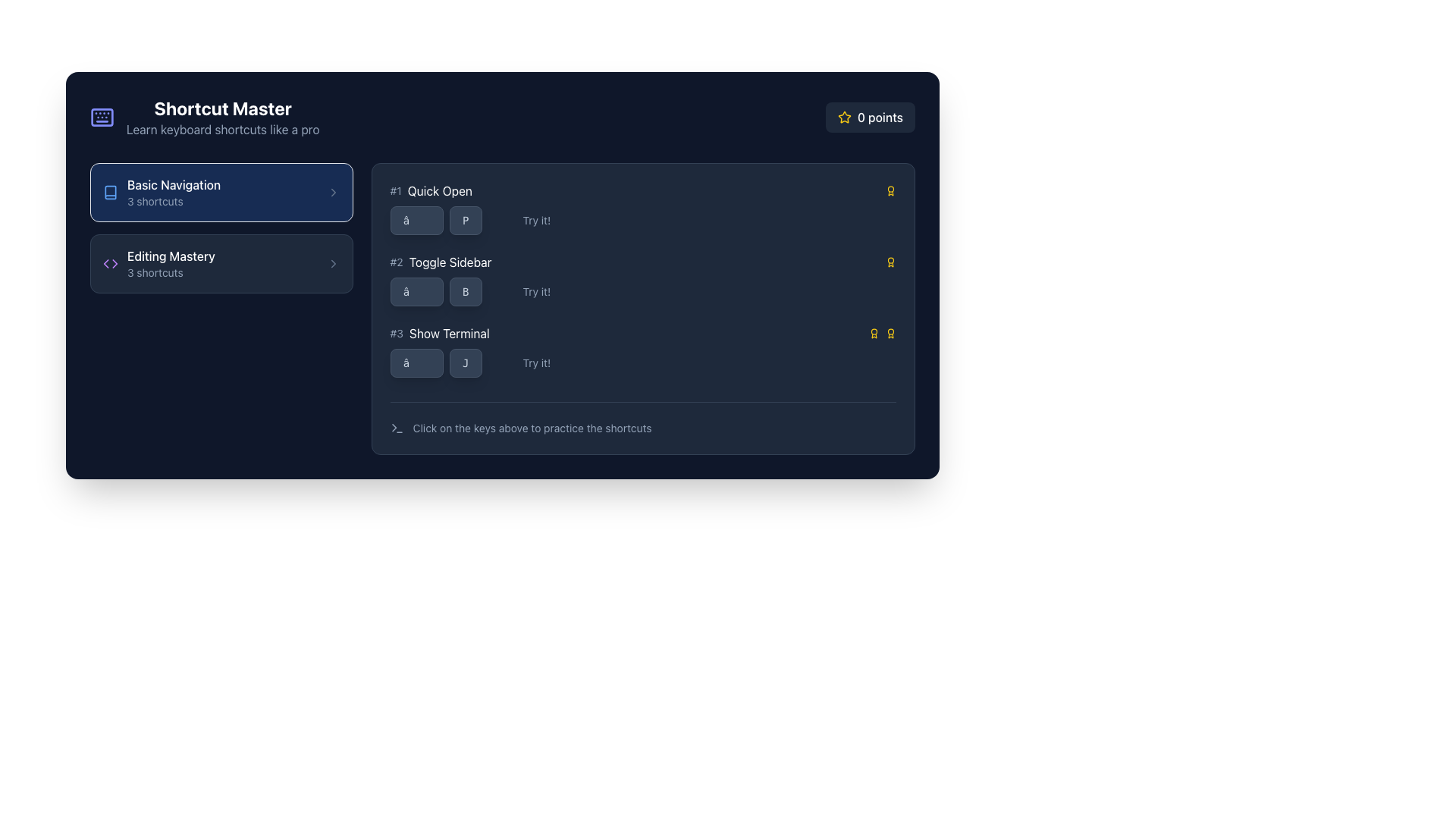  I want to click on the 'Editing Mastery' text label located in the left section of the interface, which is the second item in the list of options, so click(171, 256).